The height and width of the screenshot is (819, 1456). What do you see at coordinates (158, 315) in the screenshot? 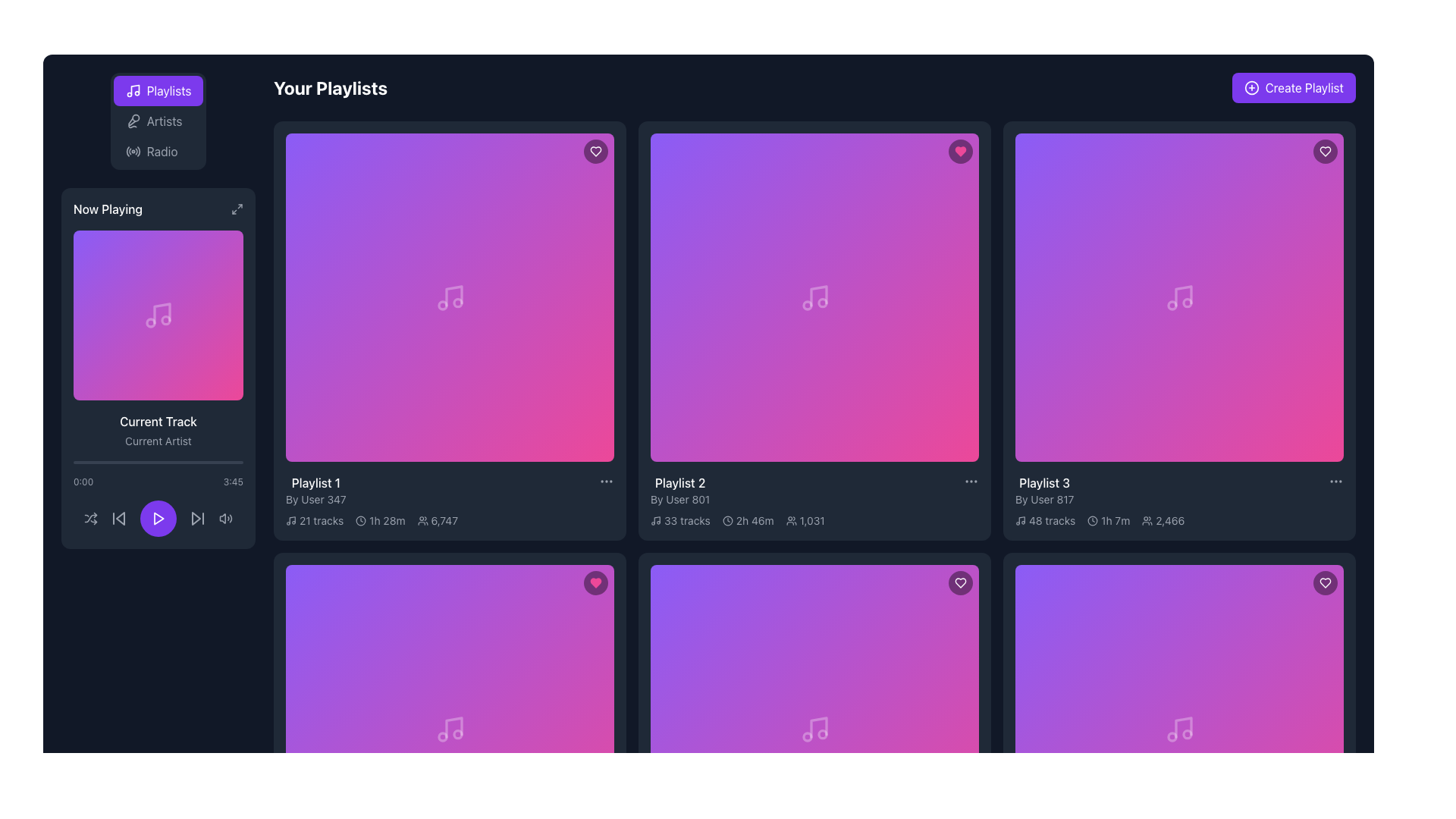
I see `the square tile for album art with a gradient background and a white music note icon in the 'Now Playing' section` at bounding box center [158, 315].